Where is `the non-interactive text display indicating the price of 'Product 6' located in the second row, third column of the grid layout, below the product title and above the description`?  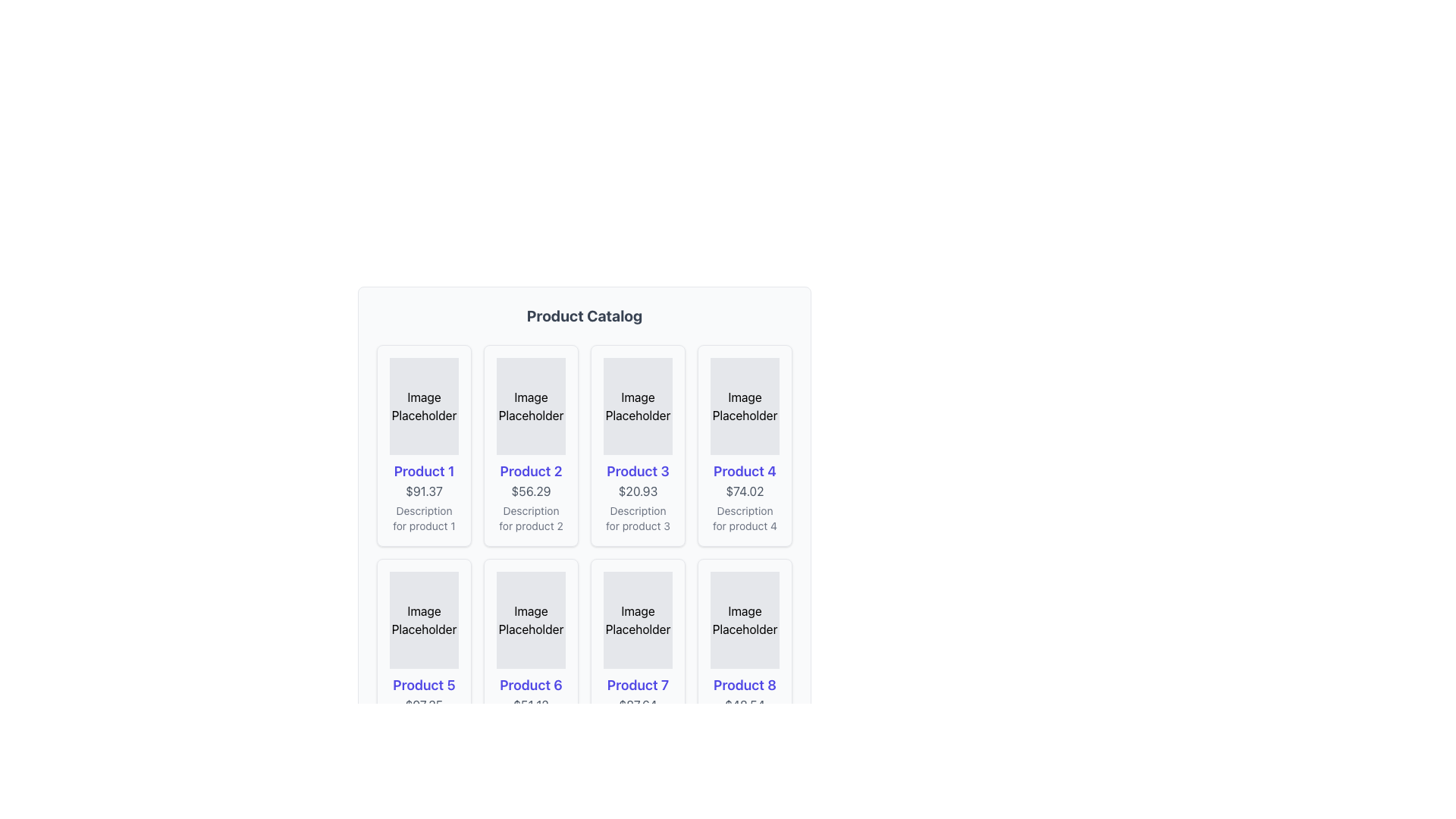
the non-interactive text display indicating the price of 'Product 6' located in the second row, third column of the grid layout, below the product title and above the description is located at coordinates (531, 704).